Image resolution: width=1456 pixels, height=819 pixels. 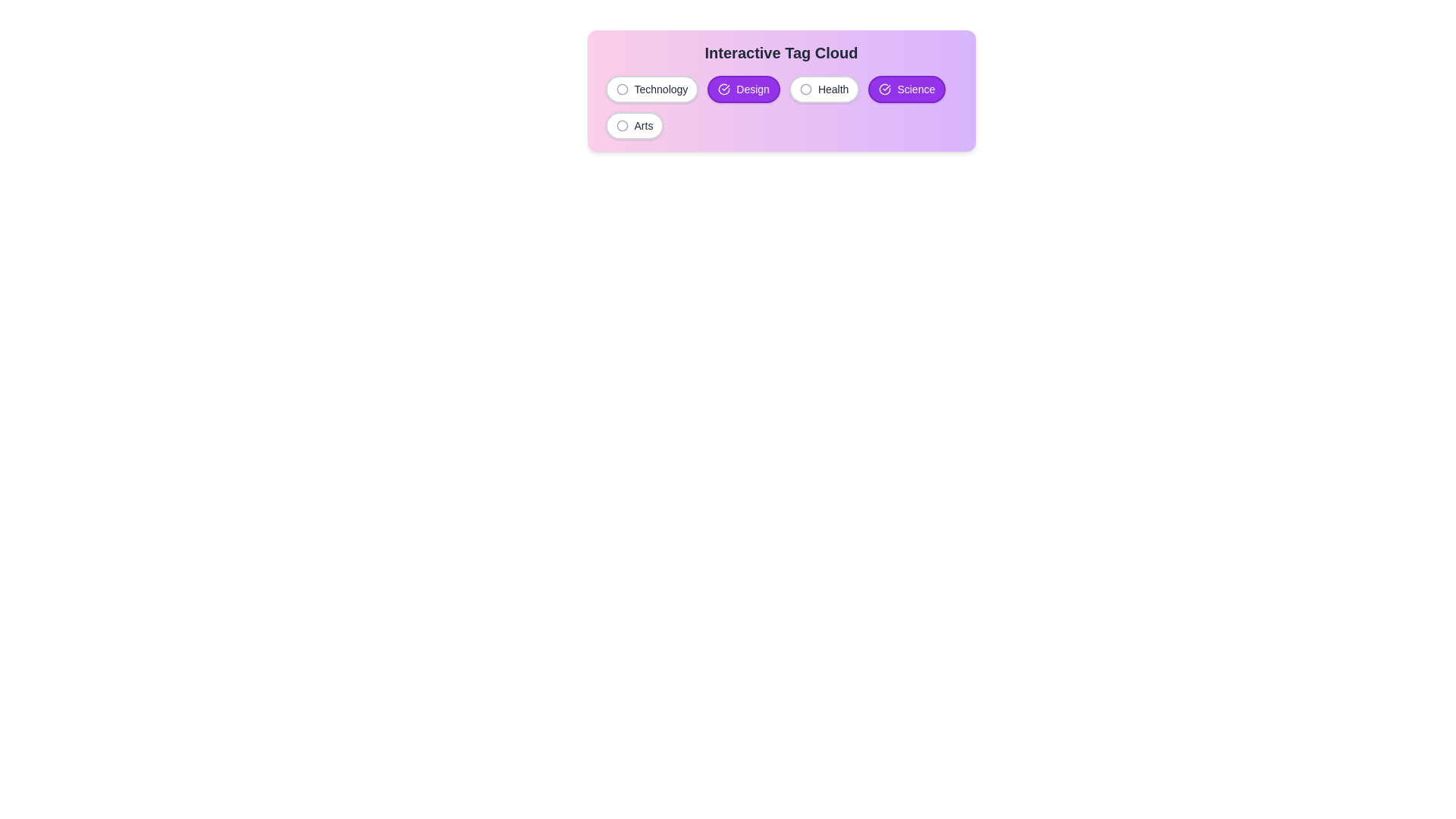 What do you see at coordinates (744, 89) in the screenshot?
I see `the tag labeled Design to observe its hover effect` at bounding box center [744, 89].